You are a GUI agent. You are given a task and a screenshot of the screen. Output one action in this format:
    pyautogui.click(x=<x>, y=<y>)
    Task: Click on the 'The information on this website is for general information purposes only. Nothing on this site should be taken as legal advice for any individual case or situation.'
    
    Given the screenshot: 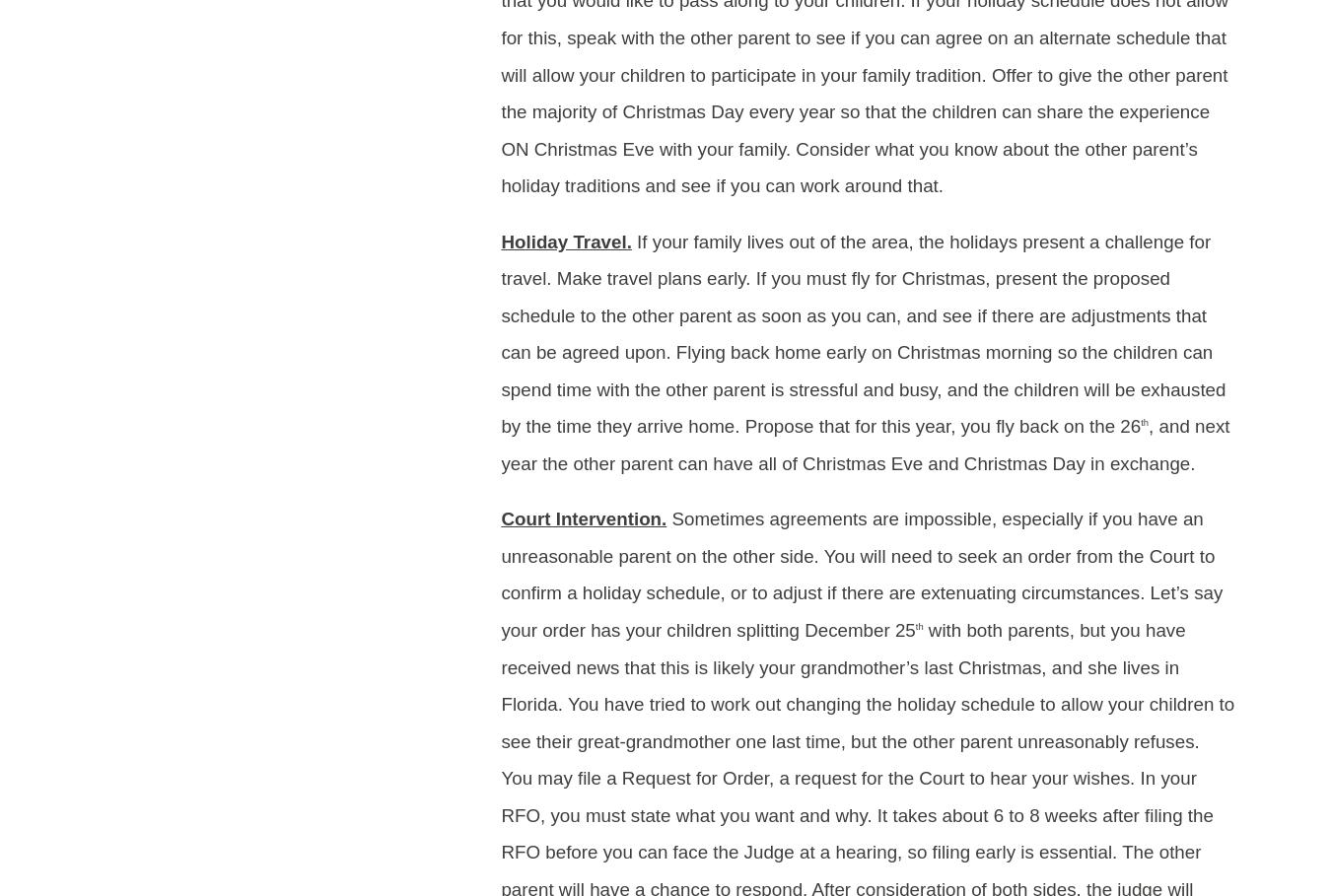 What is the action you would take?
    pyautogui.click(x=449, y=144)
    